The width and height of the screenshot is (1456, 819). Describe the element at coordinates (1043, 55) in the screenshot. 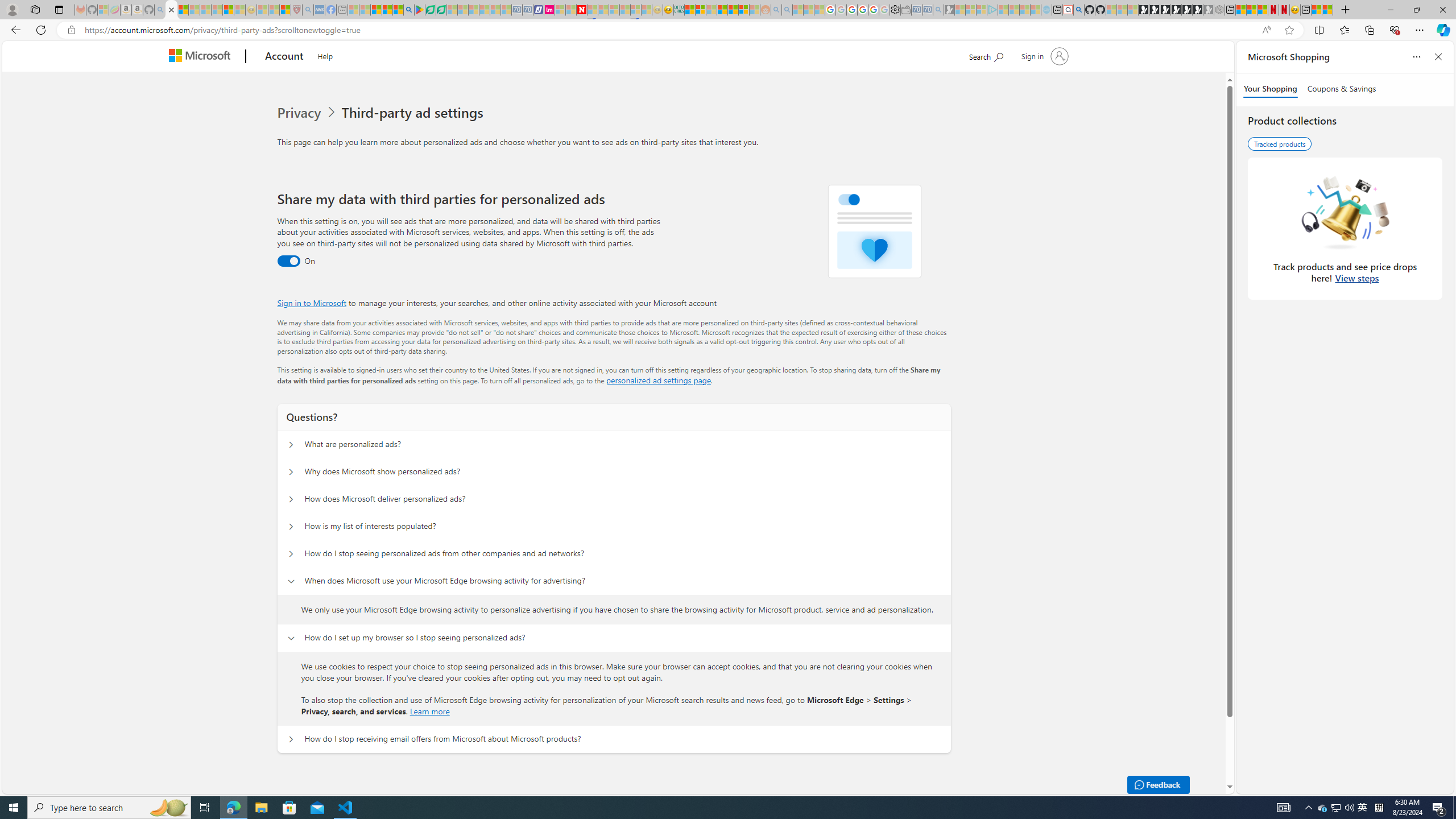

I see `'Sign in to your account'` at that location.